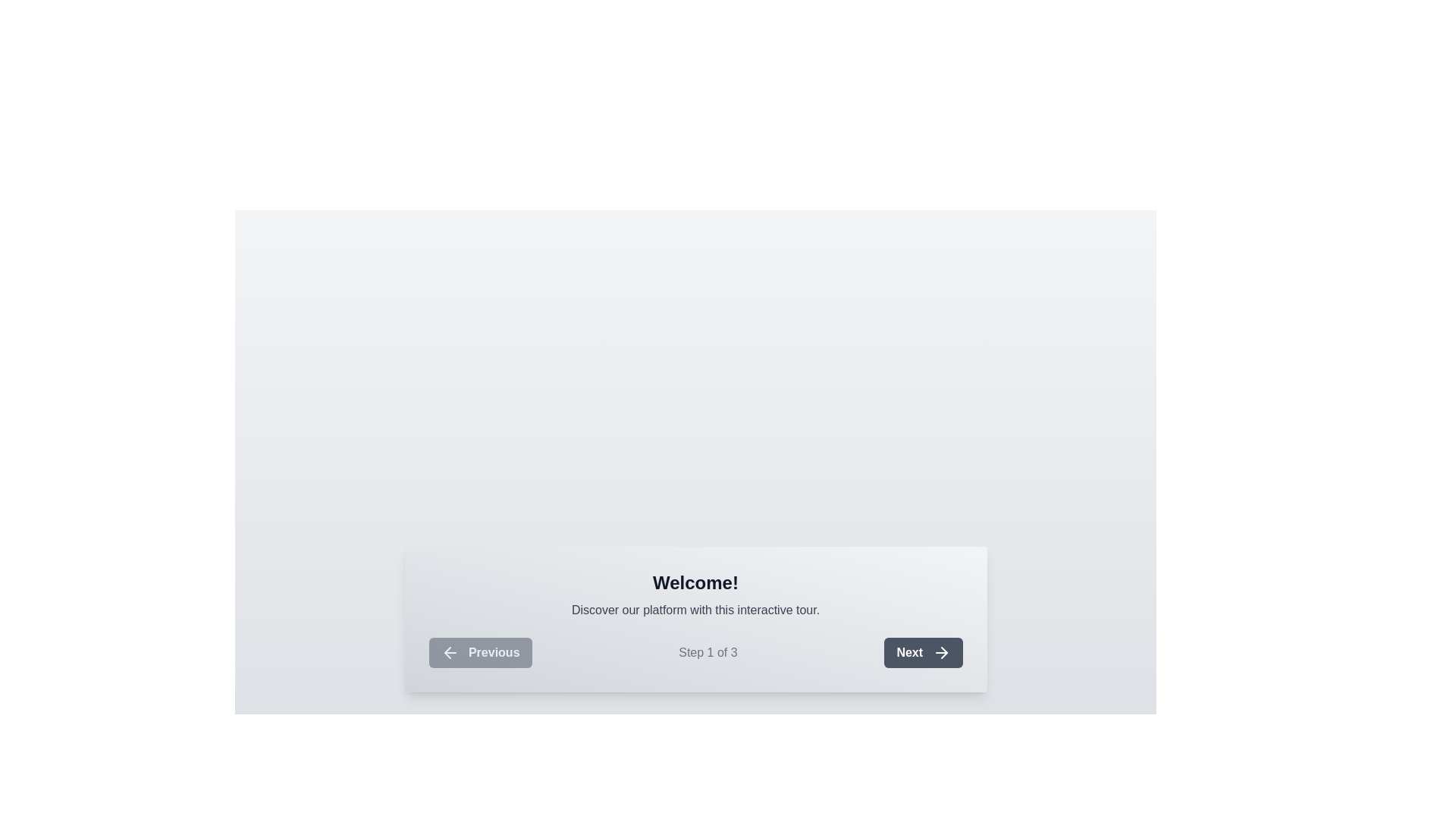 The width and height of the screenshot is (1456, 819). I want to click on the text element that indicates the current step in a sequence, visually positioned between the 'Previous' and 'Next' buttons in the bottom panel, so click(707, 651).